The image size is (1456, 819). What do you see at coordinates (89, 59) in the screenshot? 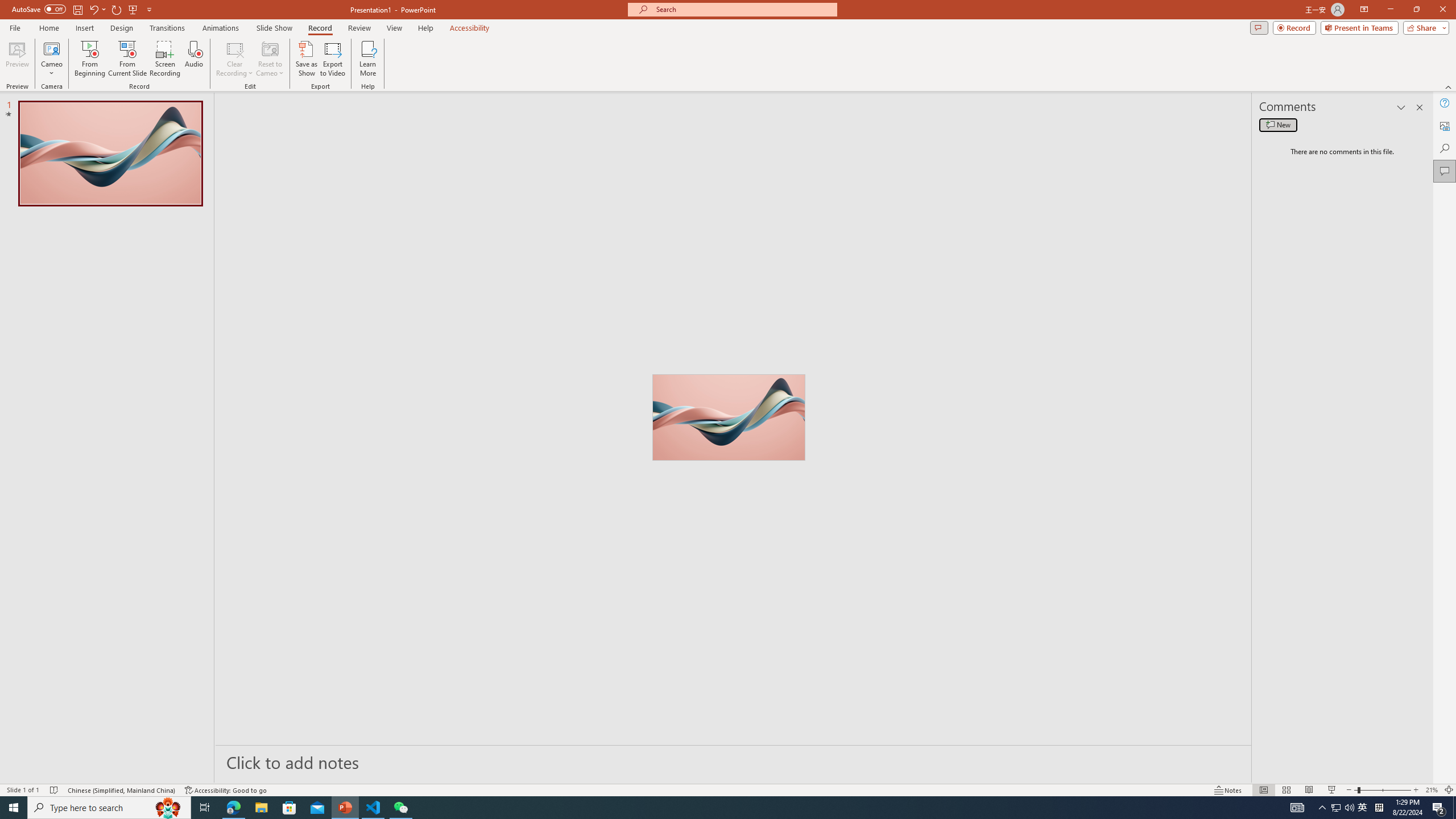
I see `'From Beginning...'` at bounding box center [89, 59].